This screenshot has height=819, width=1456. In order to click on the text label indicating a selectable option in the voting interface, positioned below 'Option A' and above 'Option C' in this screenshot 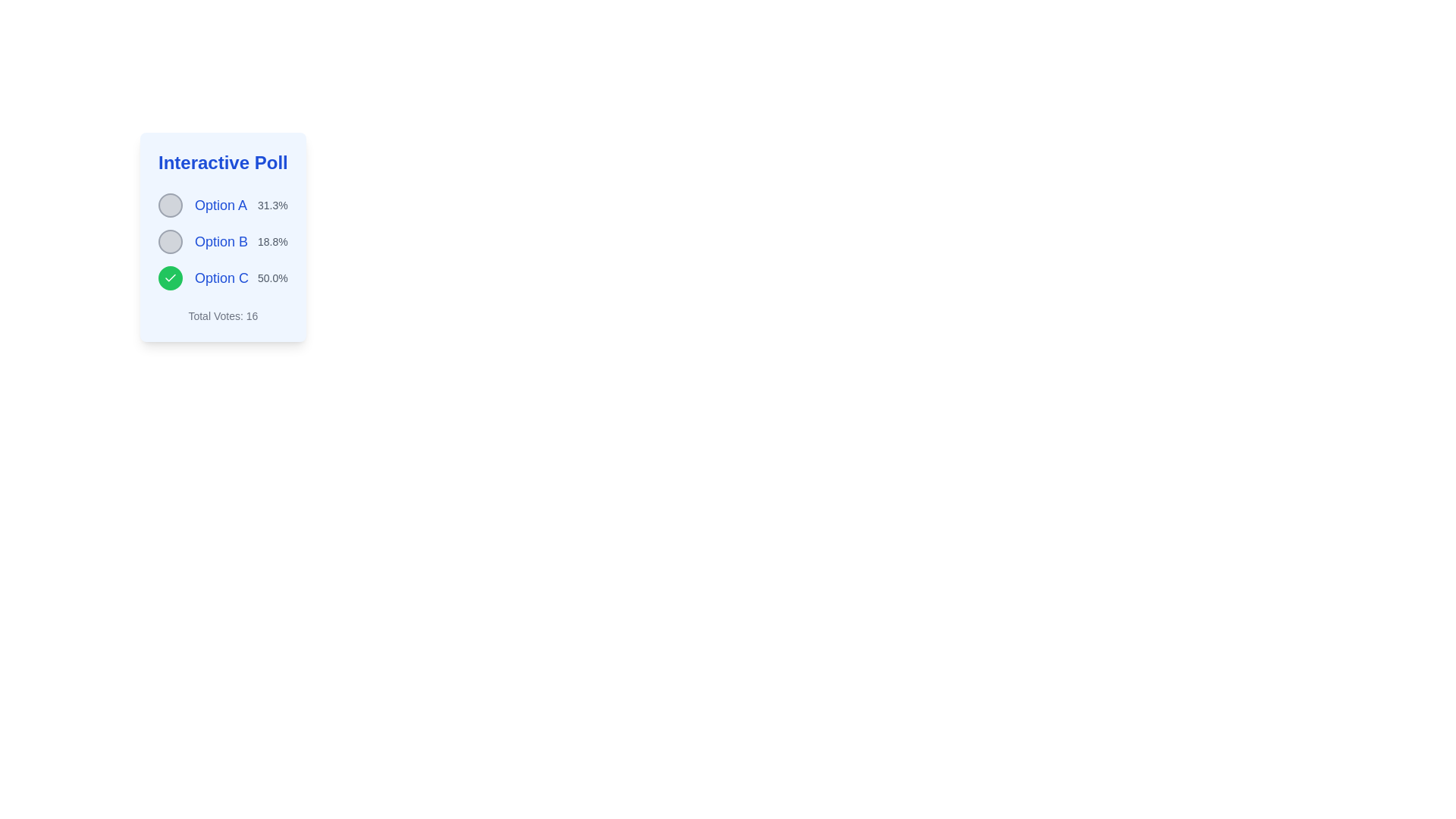, I will do `click(221, 241)`.